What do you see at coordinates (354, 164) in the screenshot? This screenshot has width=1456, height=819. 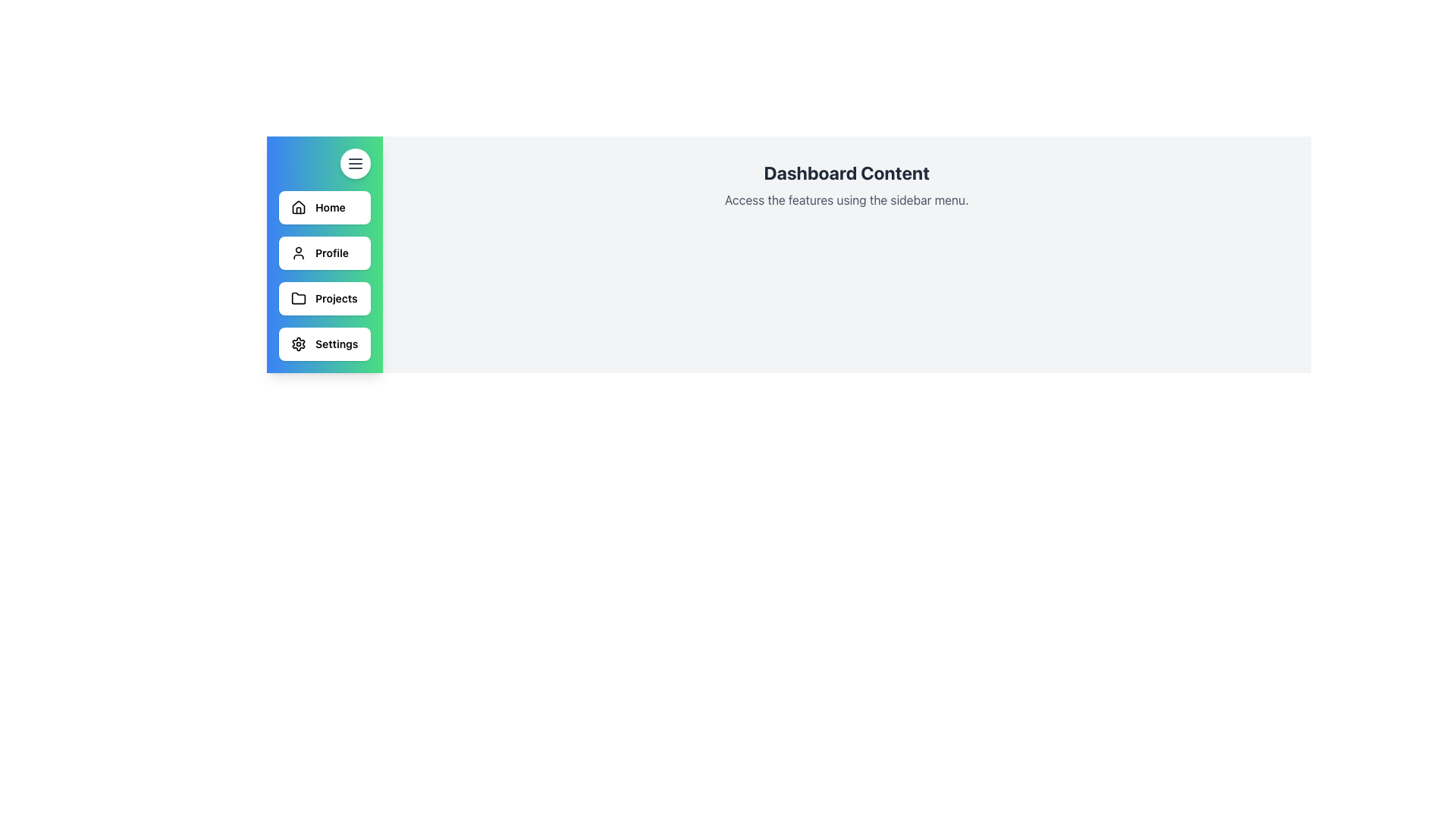 I see `the circular button with a white background and gray text located at the top-right corner of the sidebar panel` at bounding box center [354, 164].